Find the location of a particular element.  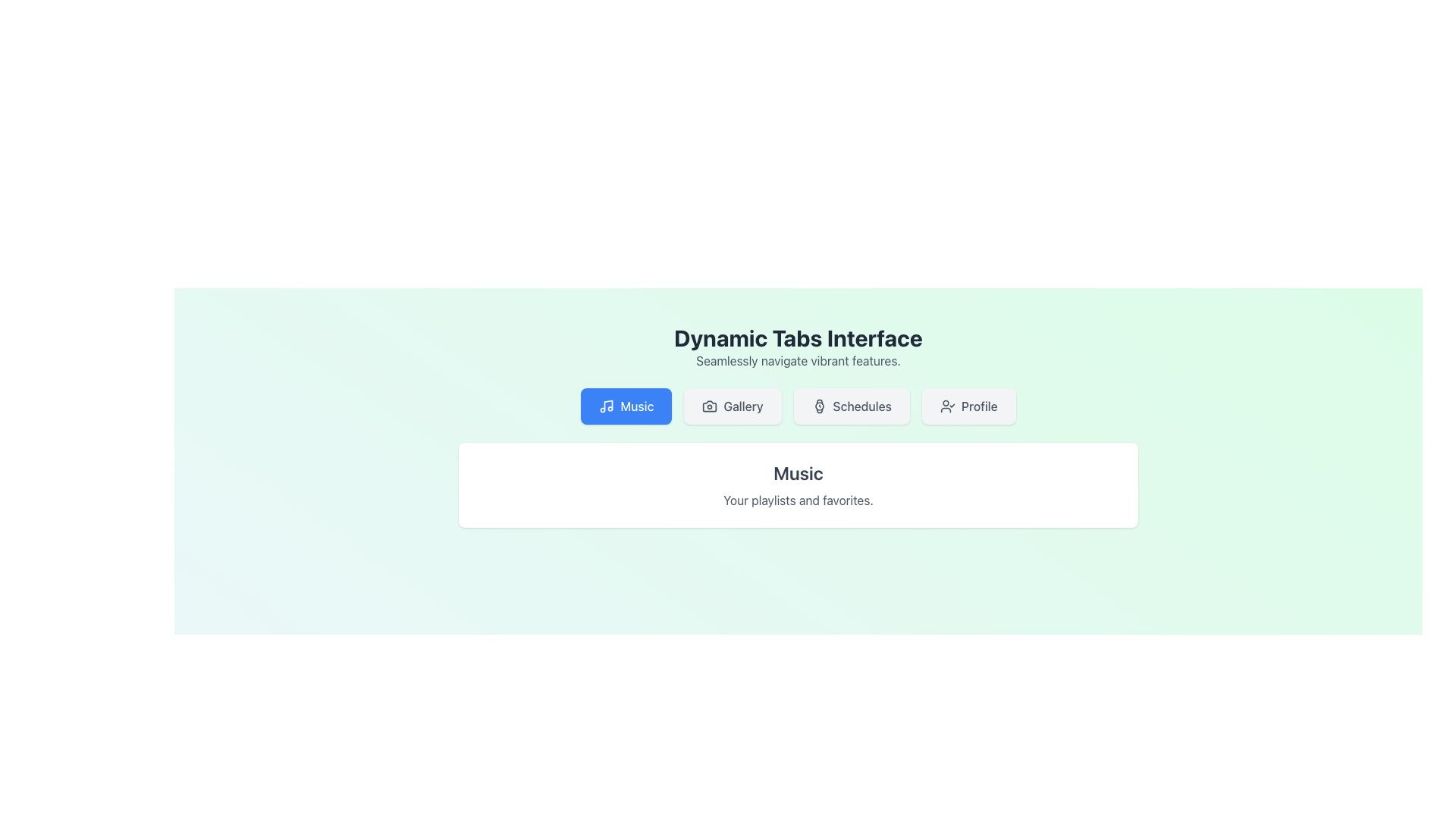

the 'Profile' button, which is a rectangular button with a light gray background and an icon of a user with a checkmark is located at coordinates (968, 406).